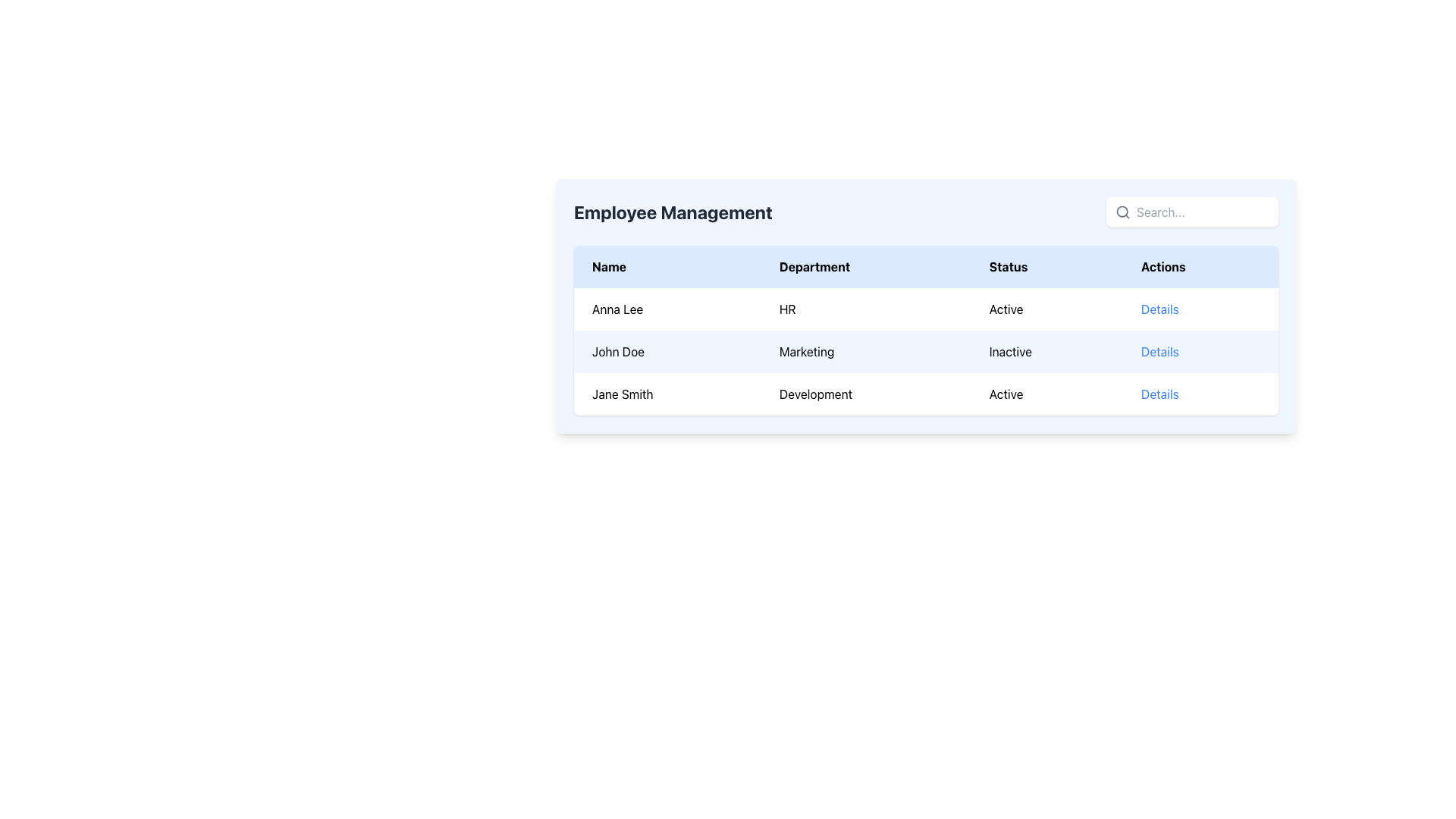 The width and height of the screenshot is (1456, 819). Describe the element at coordinates (1159, 394) in the screenshot. I see `the hyperlink for employee 'Jane Smith' in the 'Actions' column of the 'Employee Management' table` at that location.